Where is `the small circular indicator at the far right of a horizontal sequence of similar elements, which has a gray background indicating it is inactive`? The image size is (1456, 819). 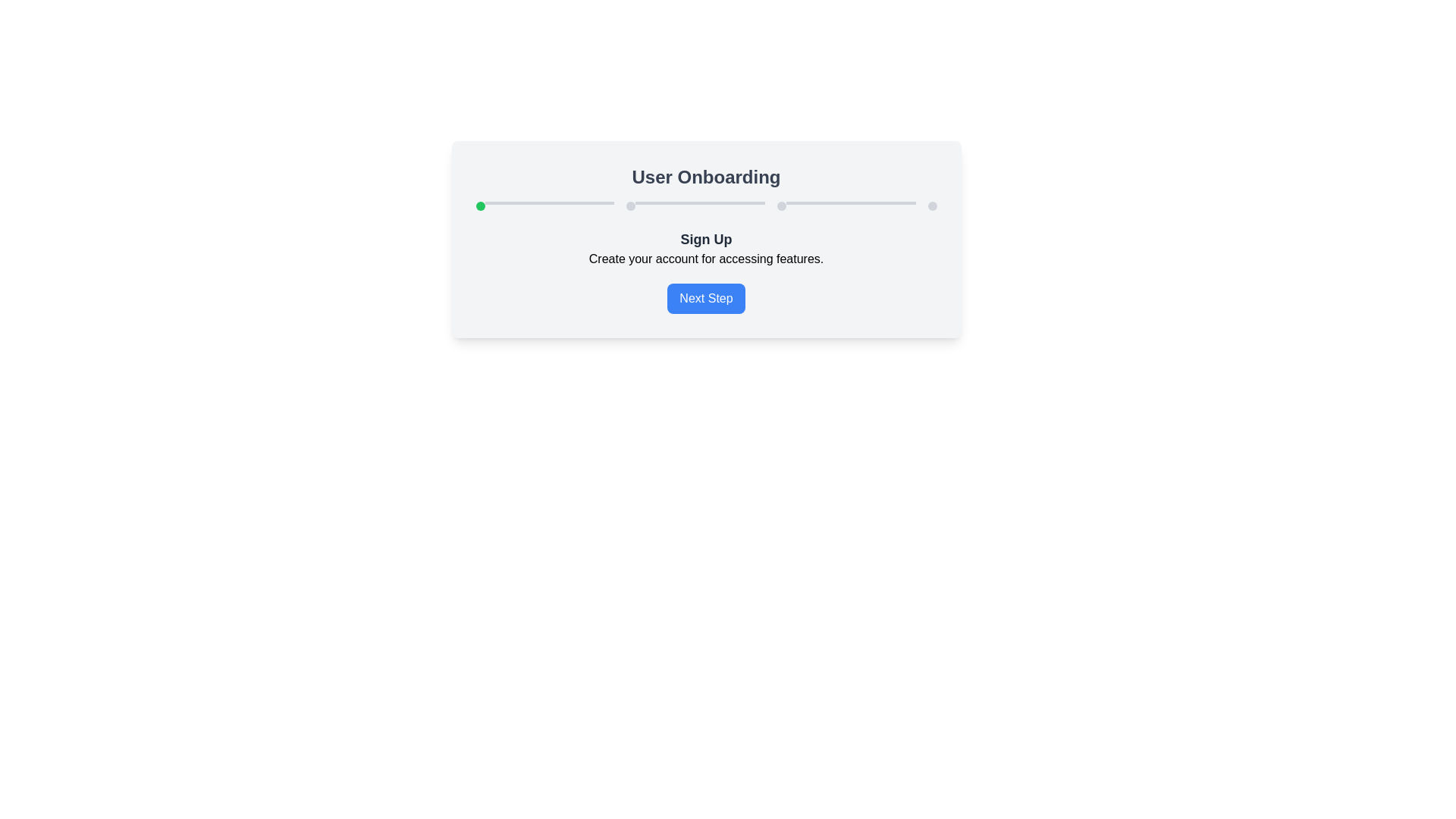 the small circular indicator at the far right of a horizontal sequence of similar elements, which has a gray background indicating it is inactive is located at coordinates (931, 206).